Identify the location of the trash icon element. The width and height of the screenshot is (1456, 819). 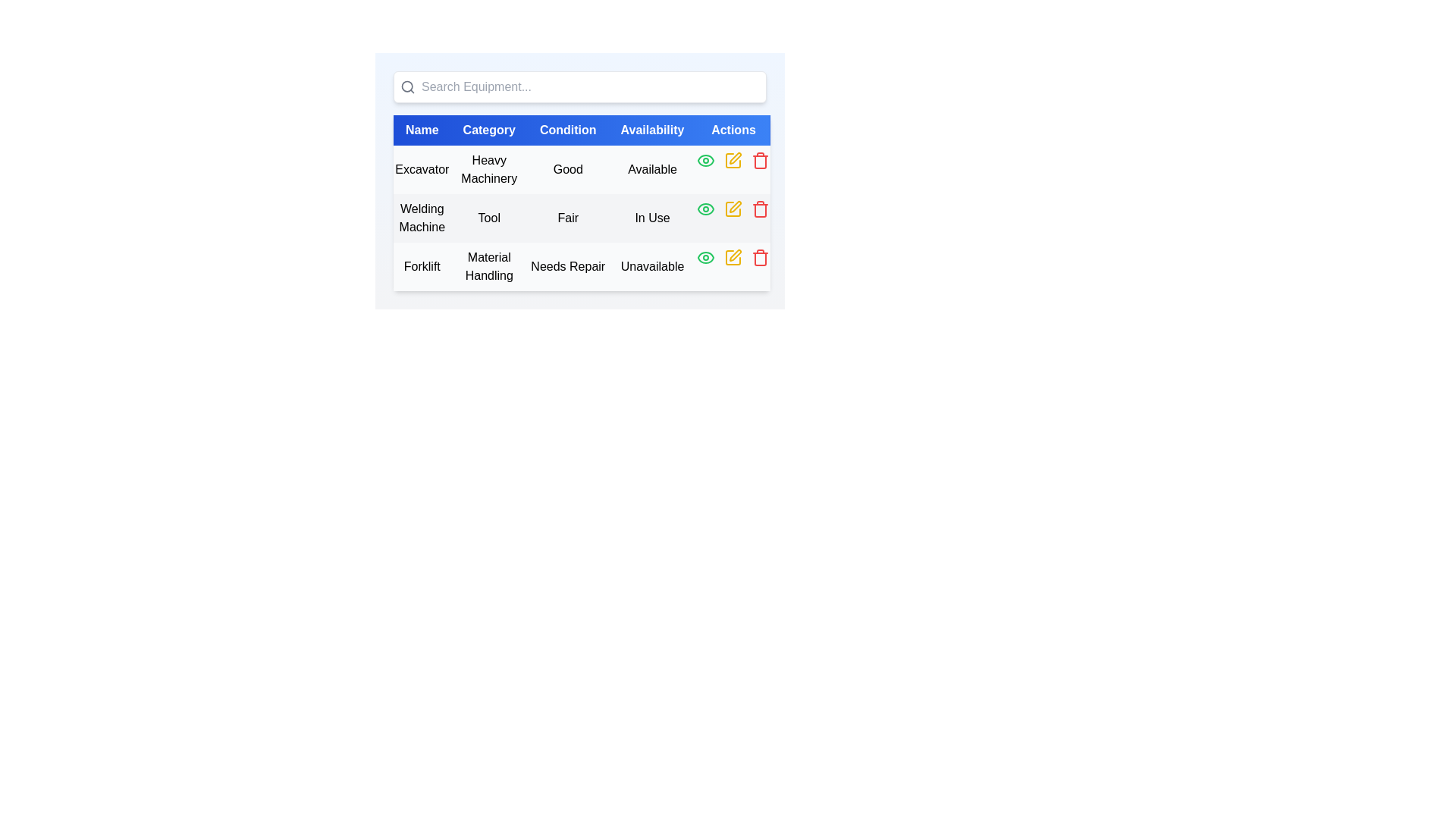
(761, 259).